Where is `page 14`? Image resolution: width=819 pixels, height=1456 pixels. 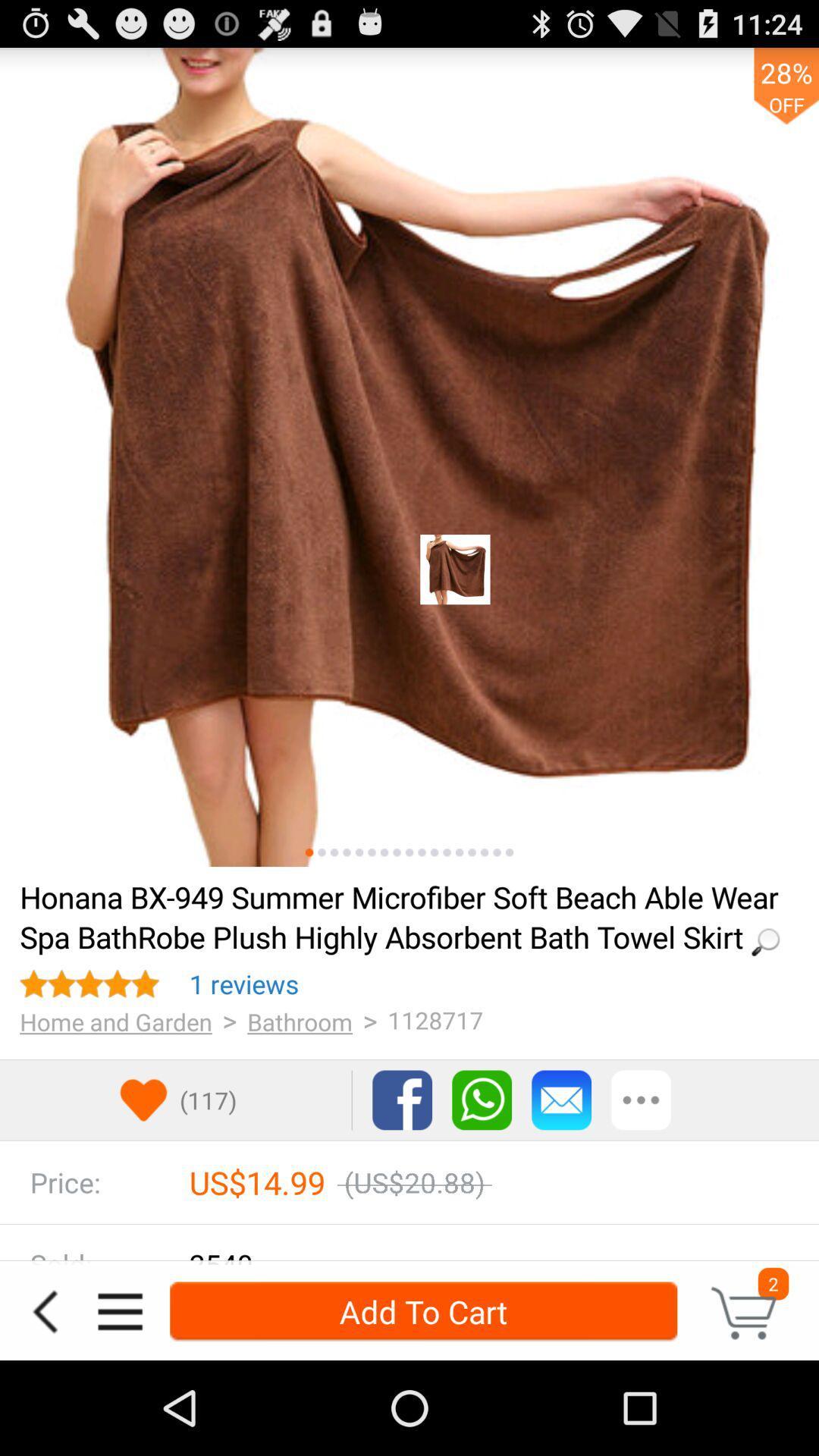 page 14 is located at coordinates (471, 852).